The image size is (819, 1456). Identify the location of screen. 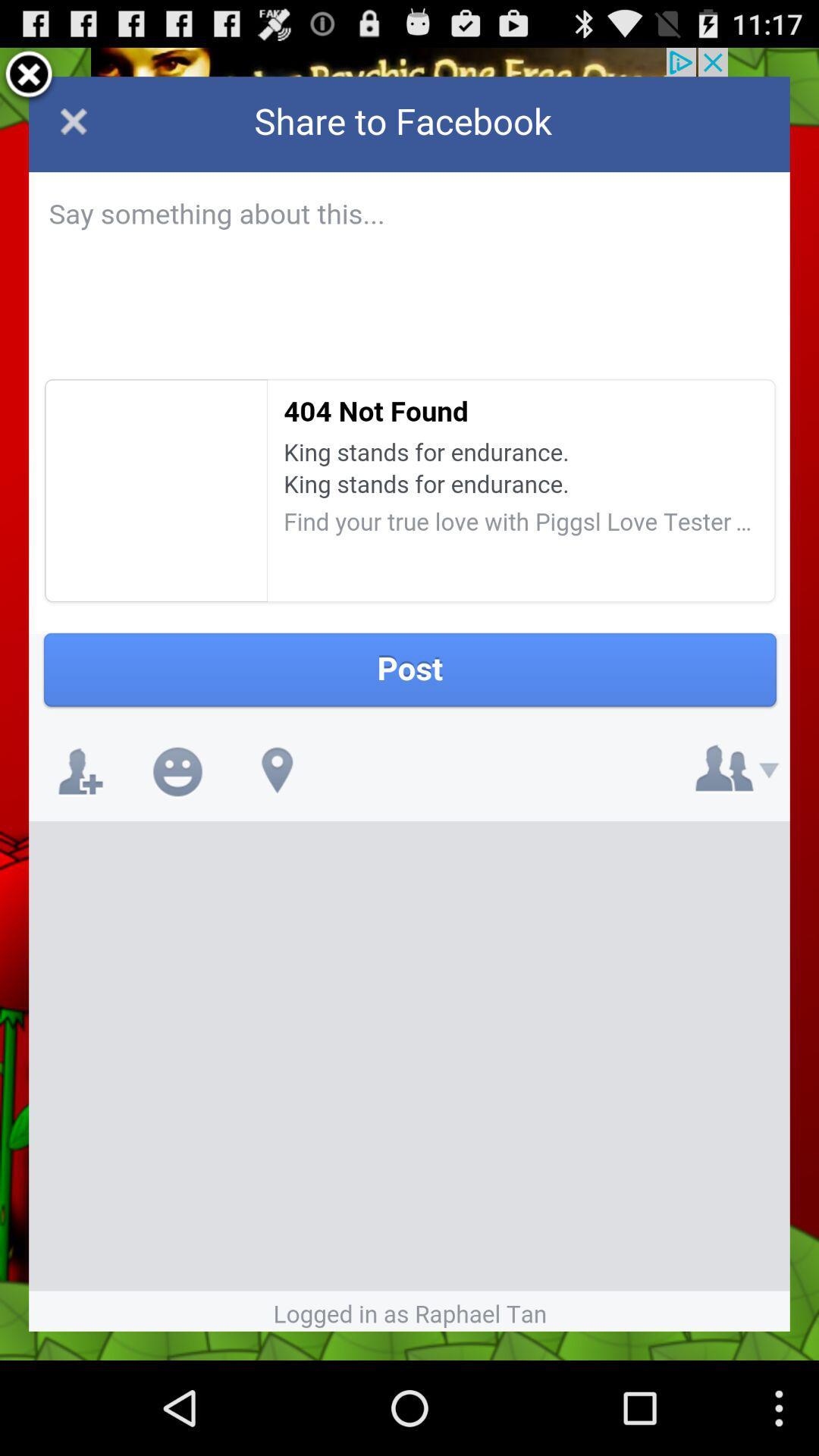
(29, 76).